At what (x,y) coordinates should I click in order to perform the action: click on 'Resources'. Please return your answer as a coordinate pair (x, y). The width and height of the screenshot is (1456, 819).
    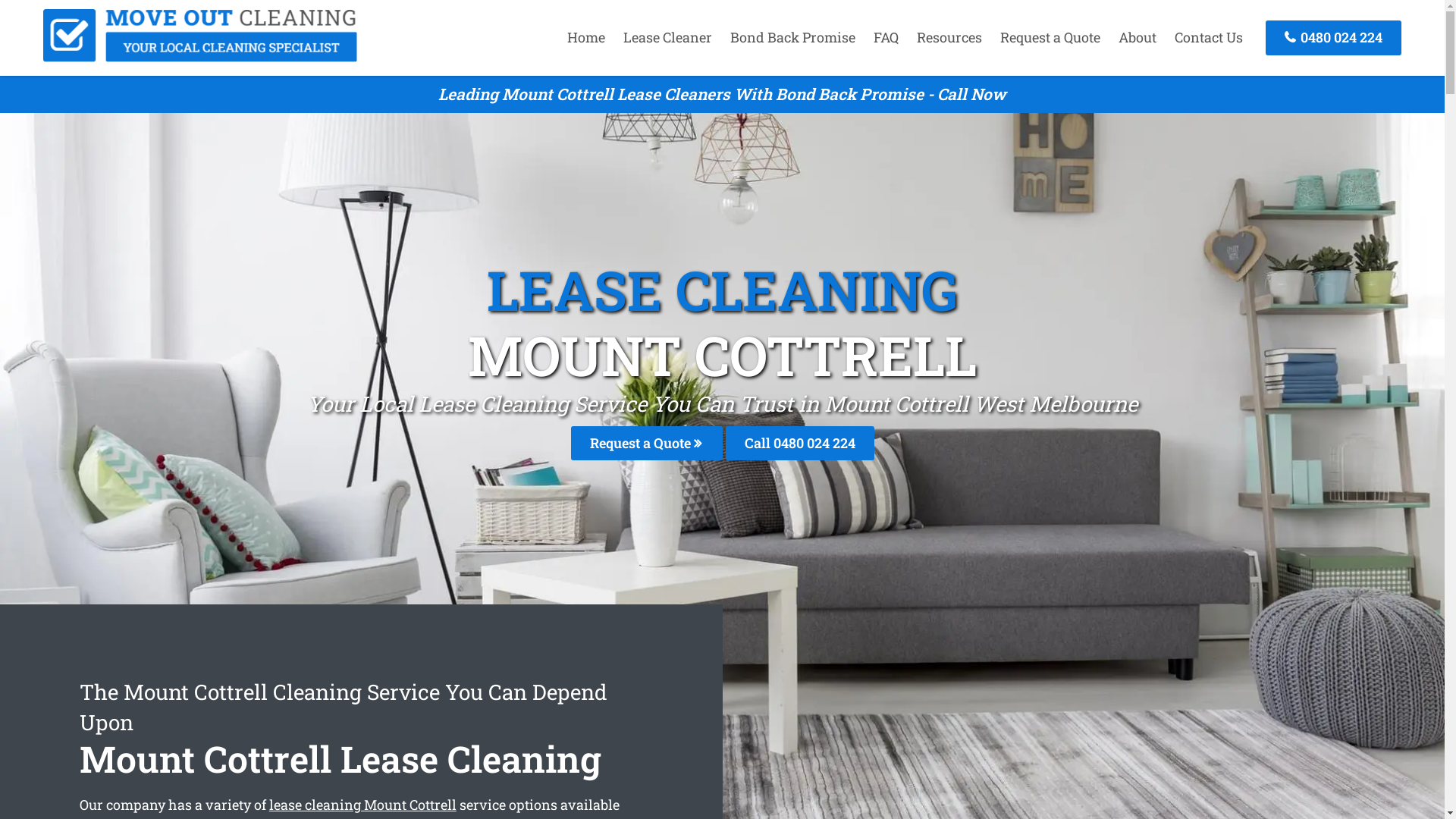
    Looking at the image, I should click on (949, 36).